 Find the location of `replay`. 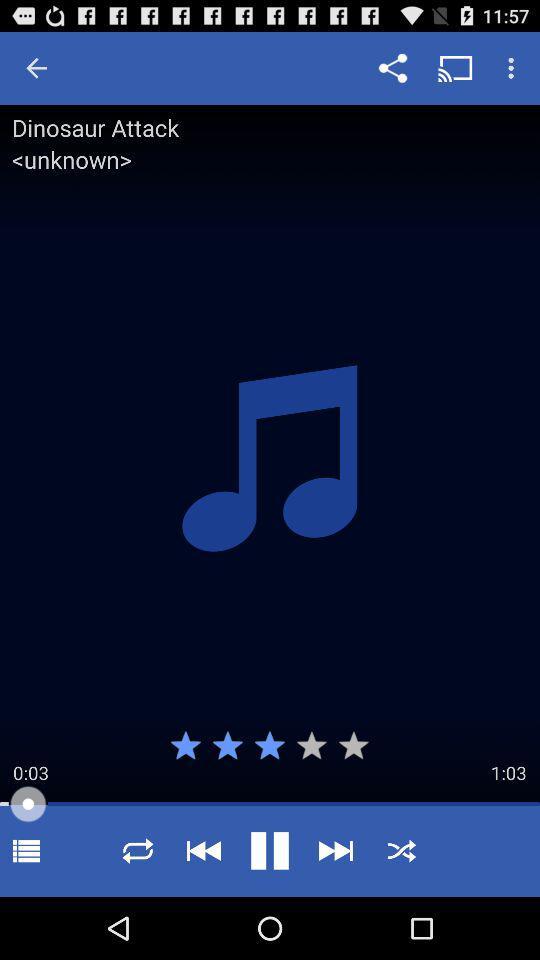

replay is located at coordinates (137, 850).